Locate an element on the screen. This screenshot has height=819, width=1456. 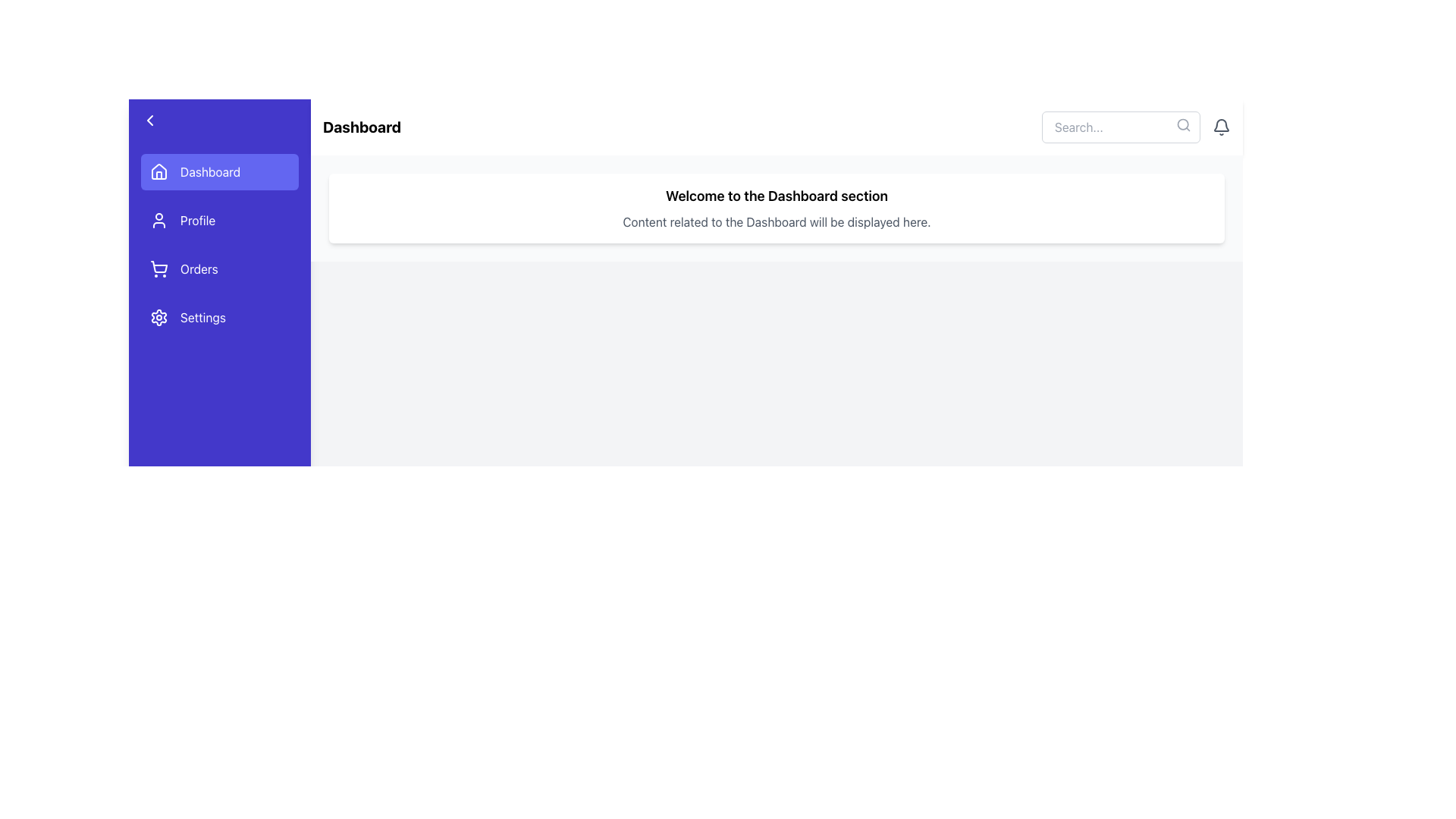
the chevron arrow icon located in the top section of the vertical menu bar on the left-hand side is located at coordinates (149, 119).